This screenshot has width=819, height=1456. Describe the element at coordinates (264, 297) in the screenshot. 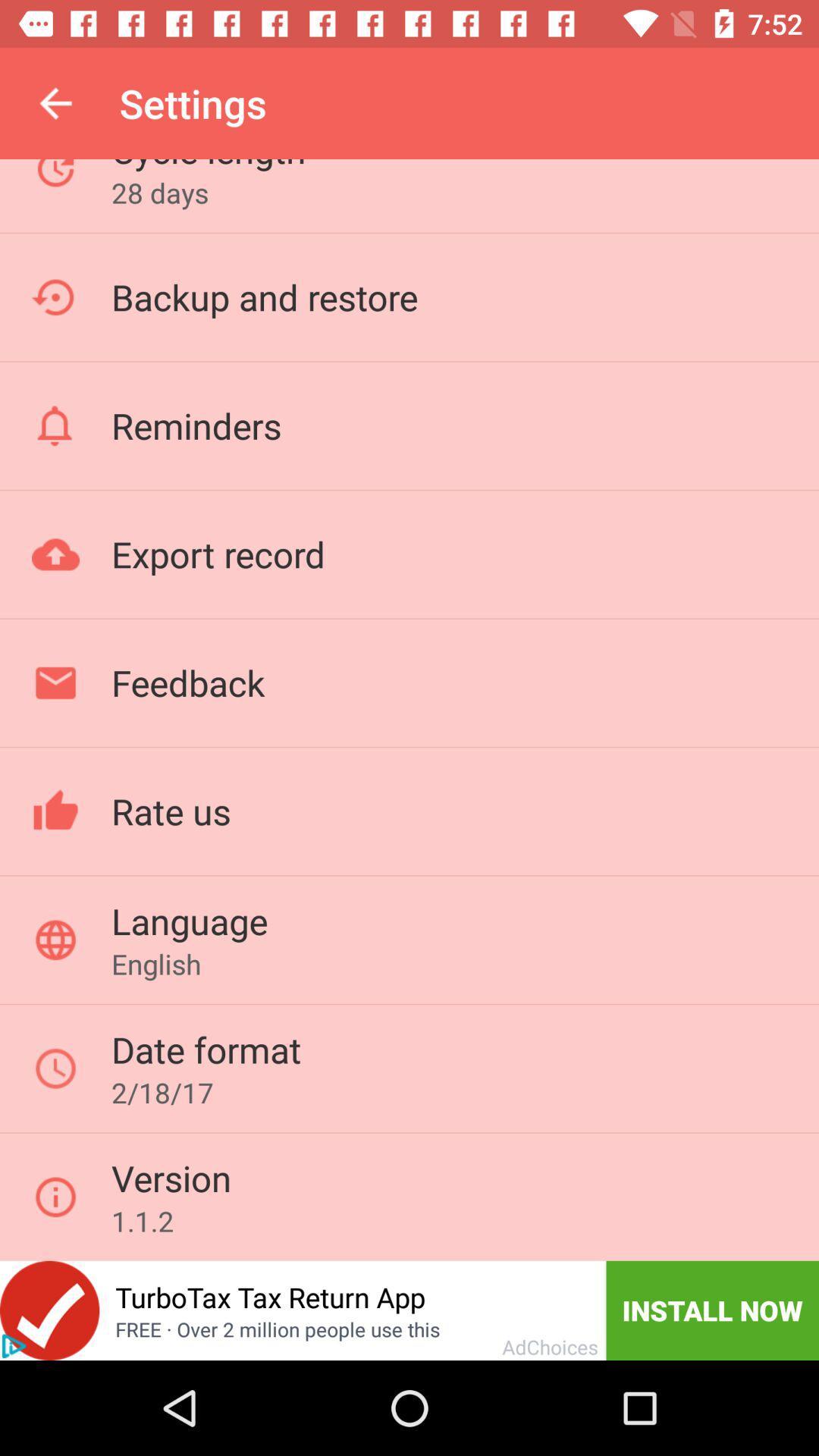

I see `icon above reminders` at that location.